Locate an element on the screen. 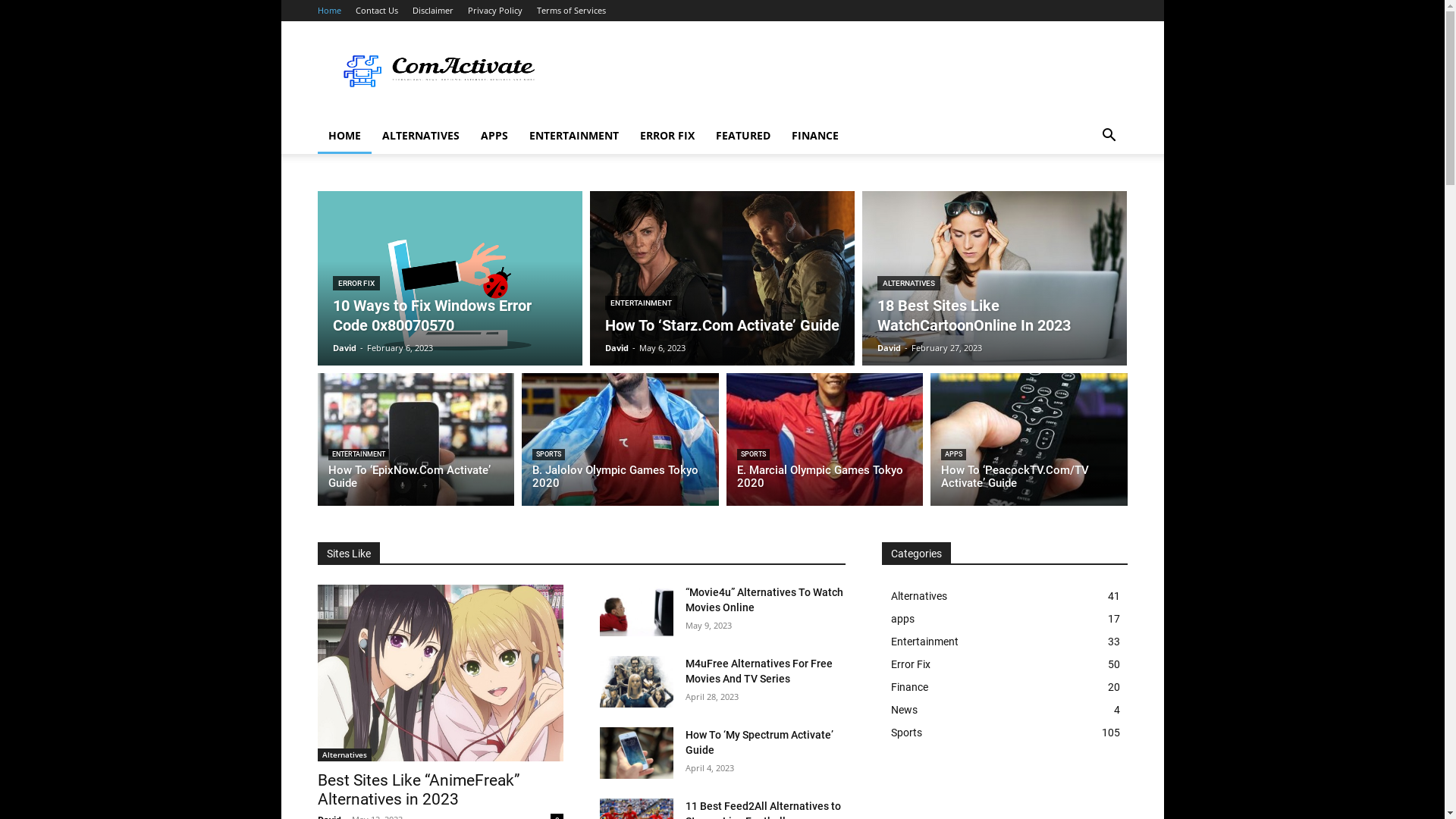  'FINANCE' is located at coordinates (814, 134).